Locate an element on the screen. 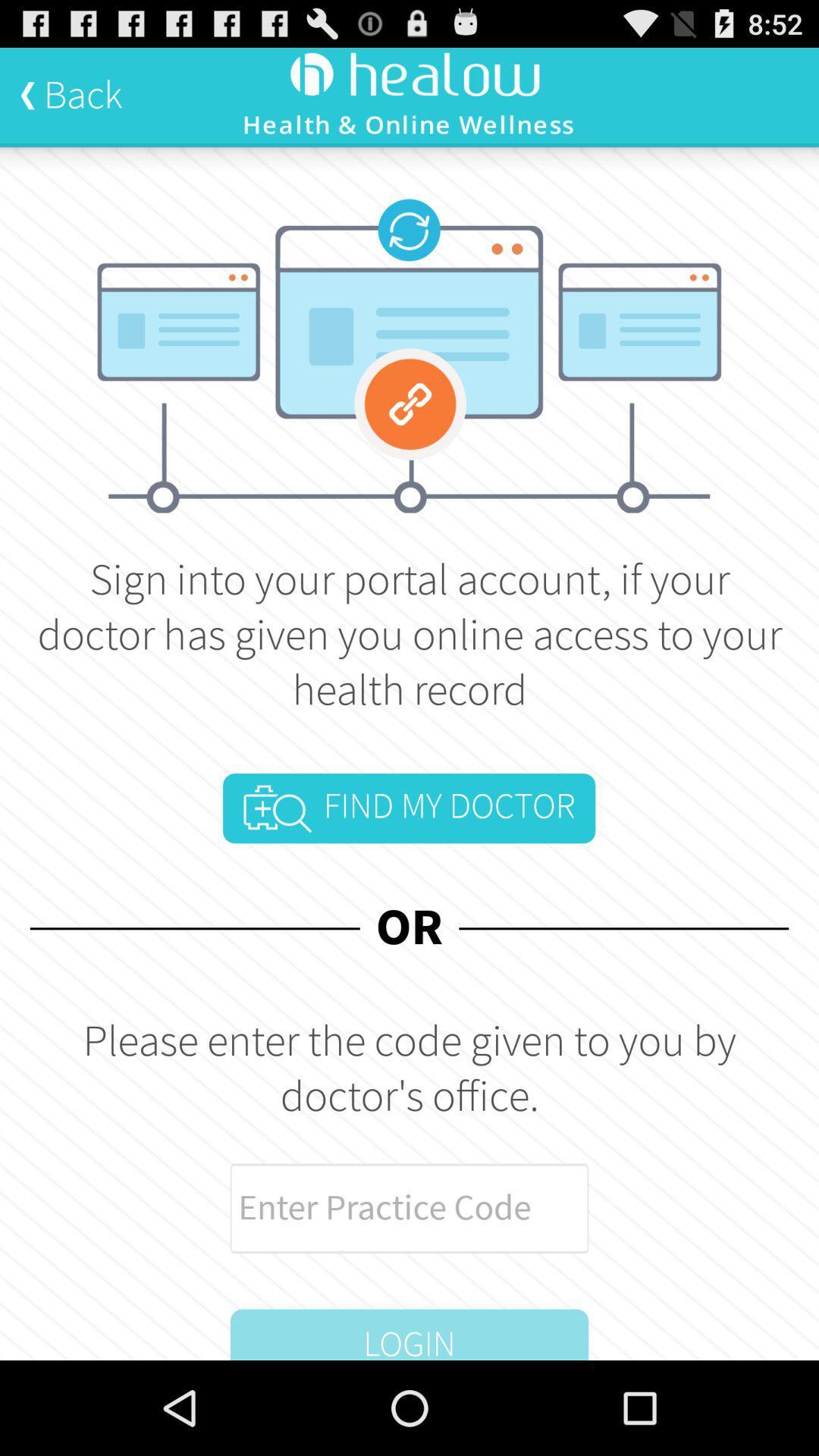  code is located at coordinates (409, 1207).